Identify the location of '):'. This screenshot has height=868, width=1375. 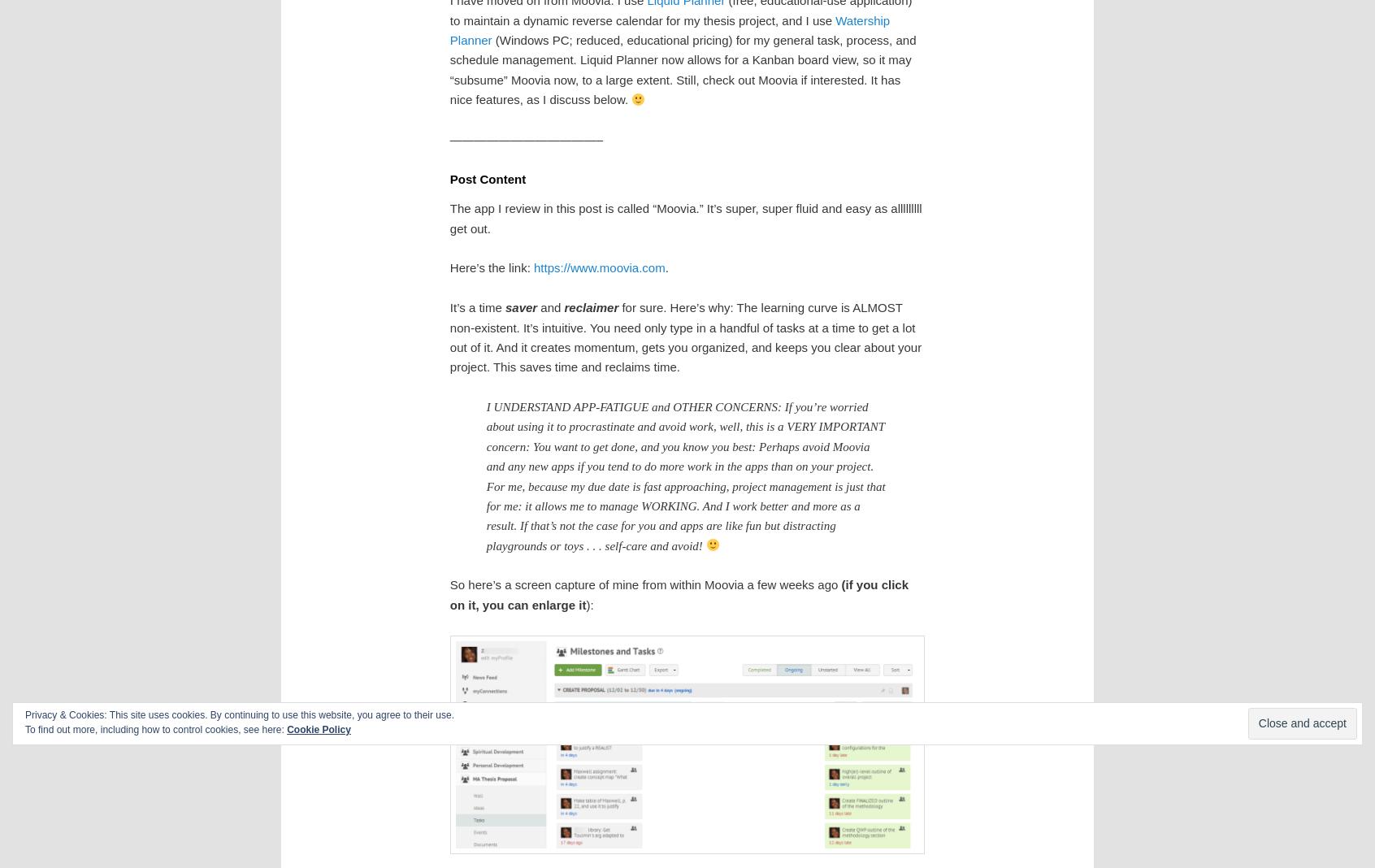
(588, 604).